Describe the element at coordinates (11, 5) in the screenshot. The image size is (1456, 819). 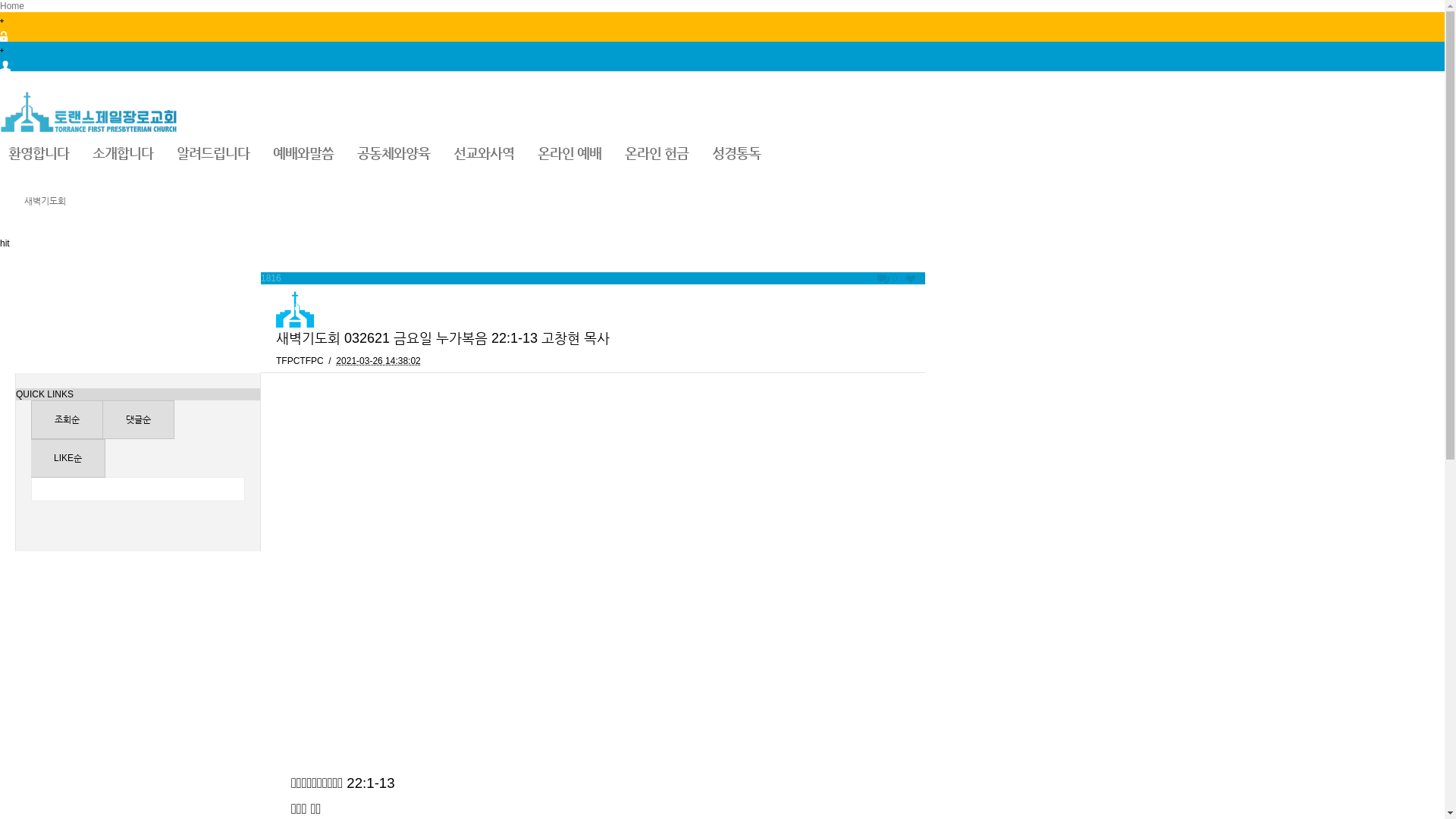
I see `'Home'` at that location.